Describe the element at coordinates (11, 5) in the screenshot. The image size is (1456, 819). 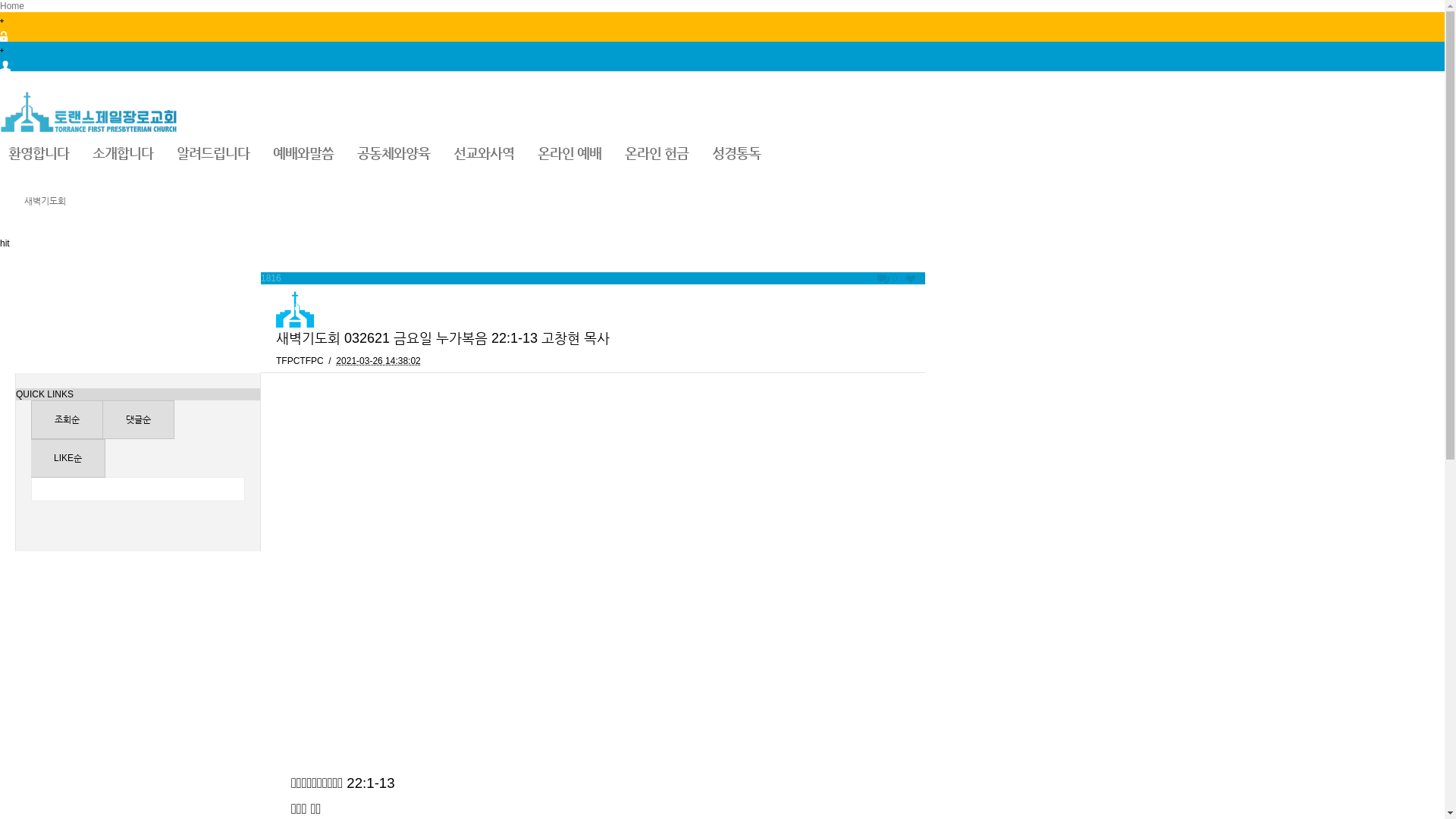
I see `'Home'` at that location.